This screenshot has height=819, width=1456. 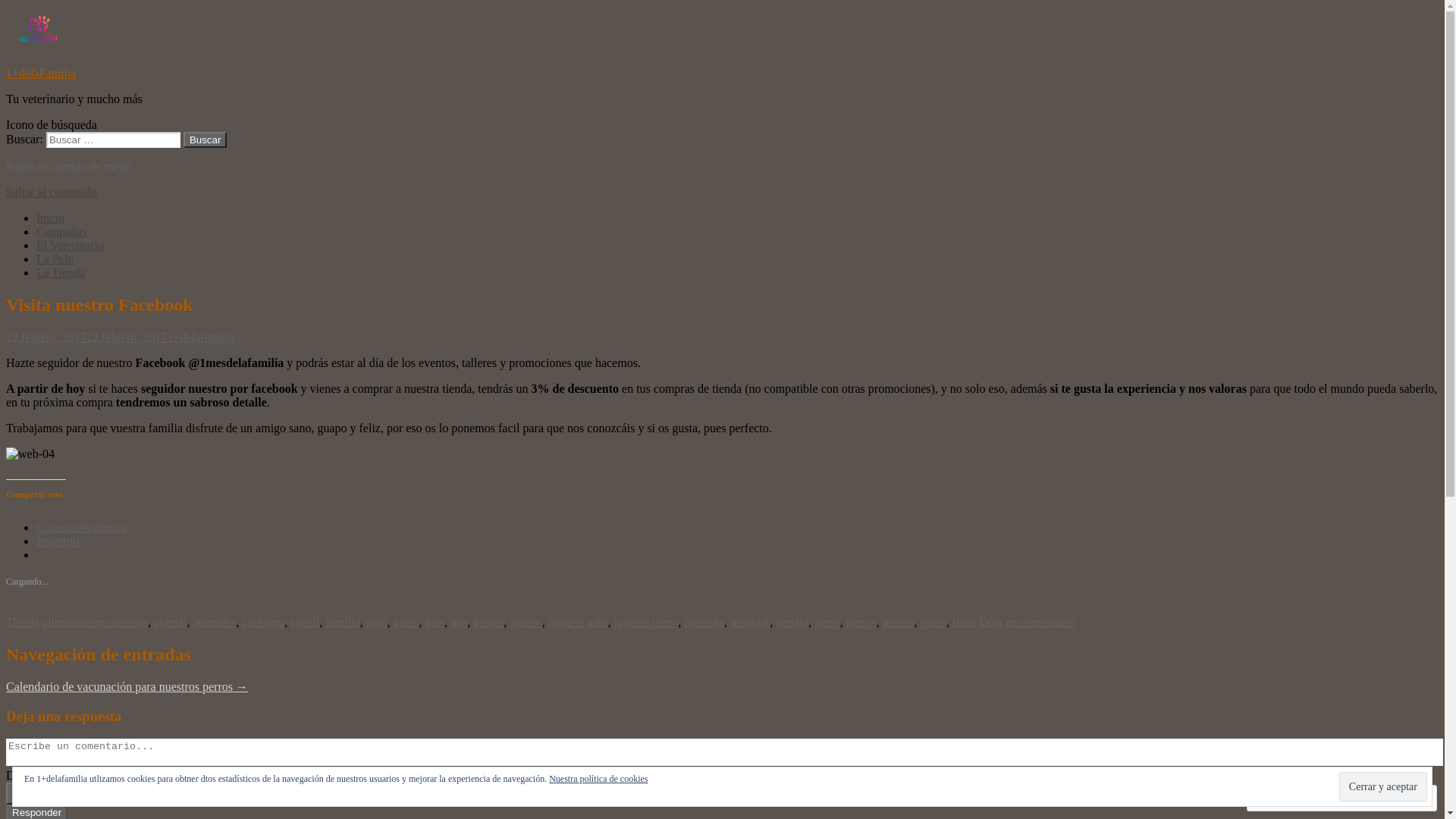 What do you see at coordinates (963, 622) in the screenshot?
I see `'tiana'` at bounding box center [963, 622].